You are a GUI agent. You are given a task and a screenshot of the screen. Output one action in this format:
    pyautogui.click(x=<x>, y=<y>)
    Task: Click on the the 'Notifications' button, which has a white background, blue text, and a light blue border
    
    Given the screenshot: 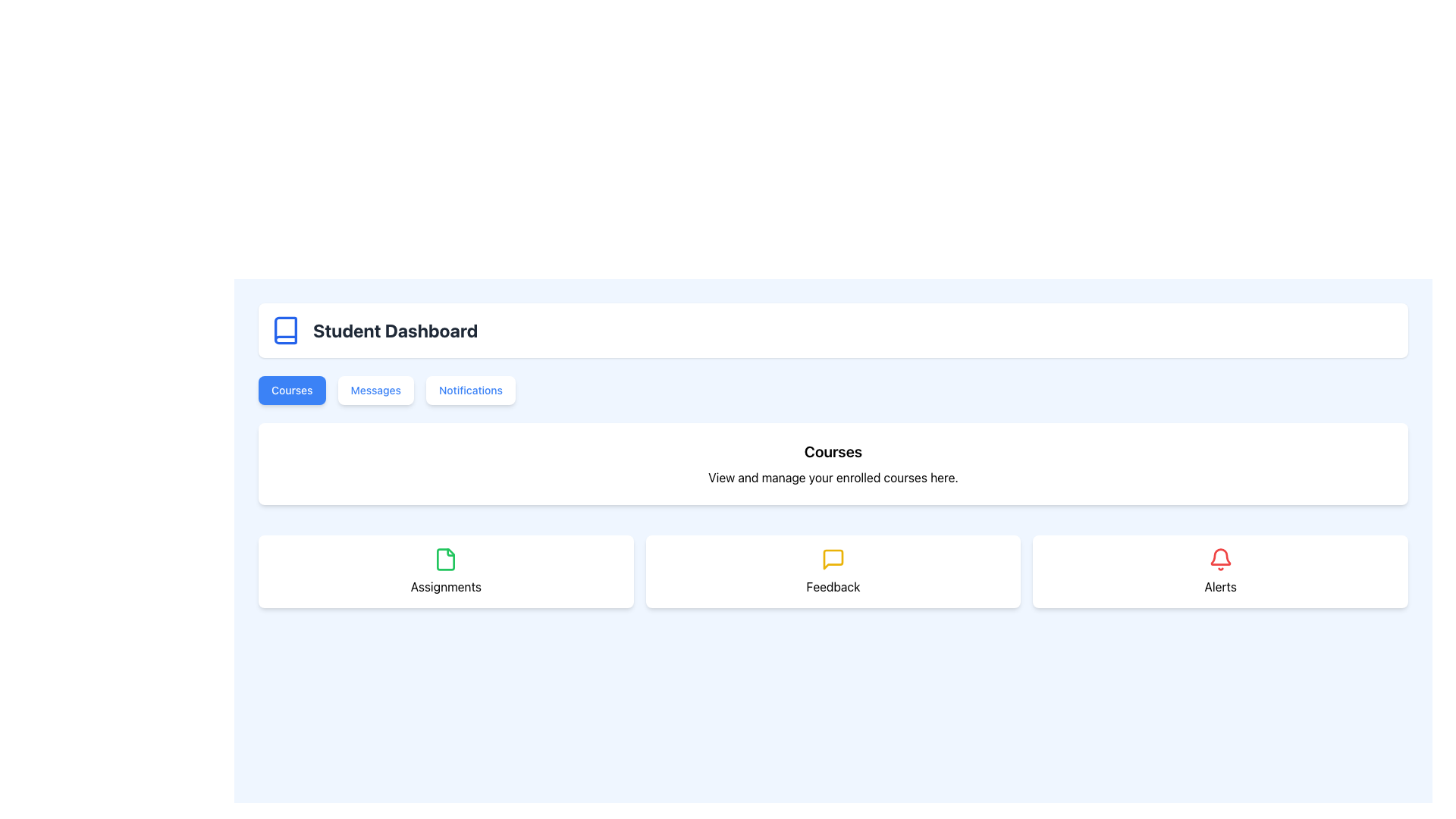 What is the action you would take?
    pyautogui.click(x=469, y=390)
    